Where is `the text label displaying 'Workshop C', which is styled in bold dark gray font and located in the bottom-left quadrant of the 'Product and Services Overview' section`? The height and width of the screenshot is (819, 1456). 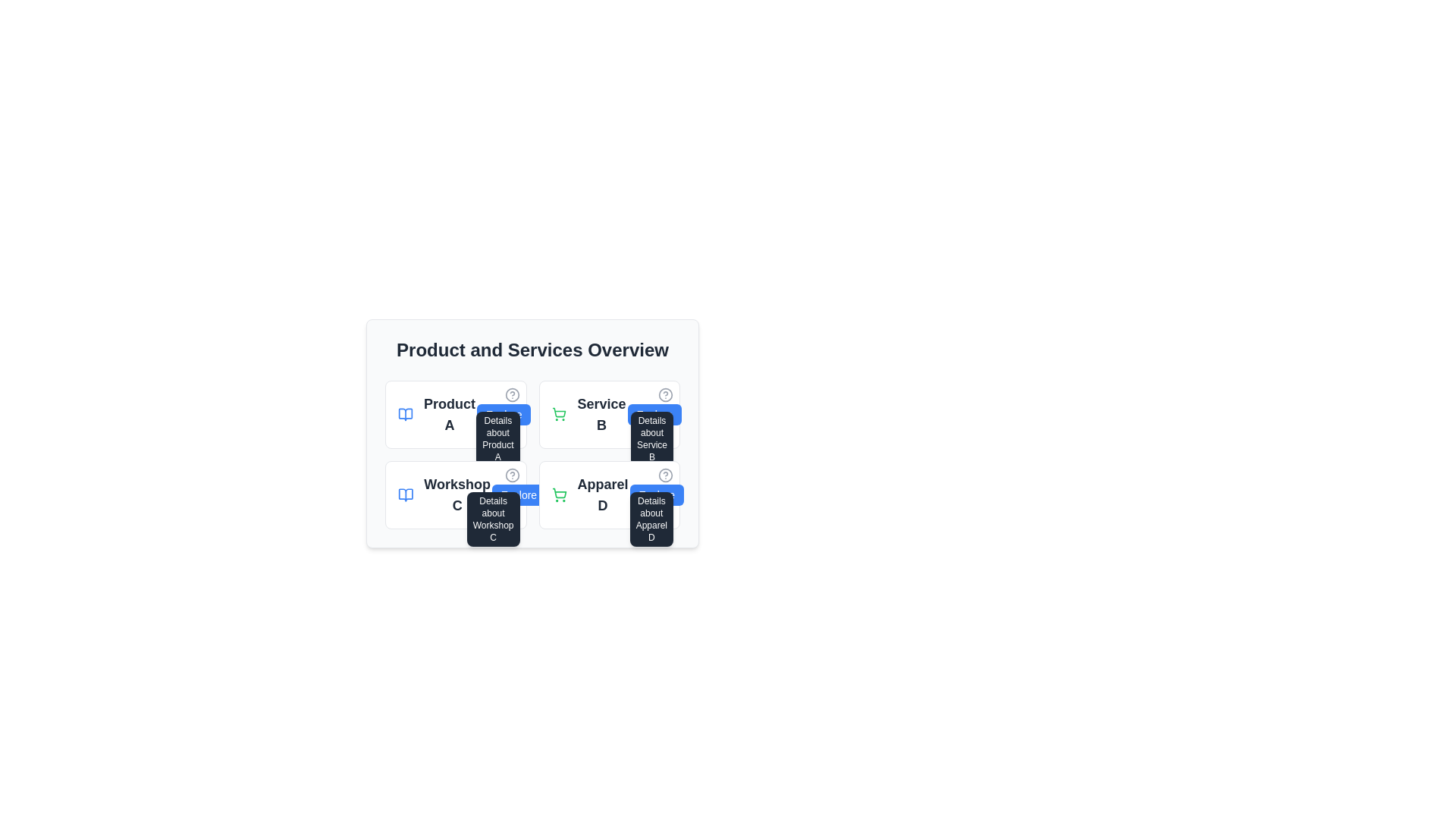
the text label displaying 'Workshop C', which is styled in bold dark gray font and located in the bottom-left quadrant of the 'Product and Services Overview' section is located at coordinates (457, 494).